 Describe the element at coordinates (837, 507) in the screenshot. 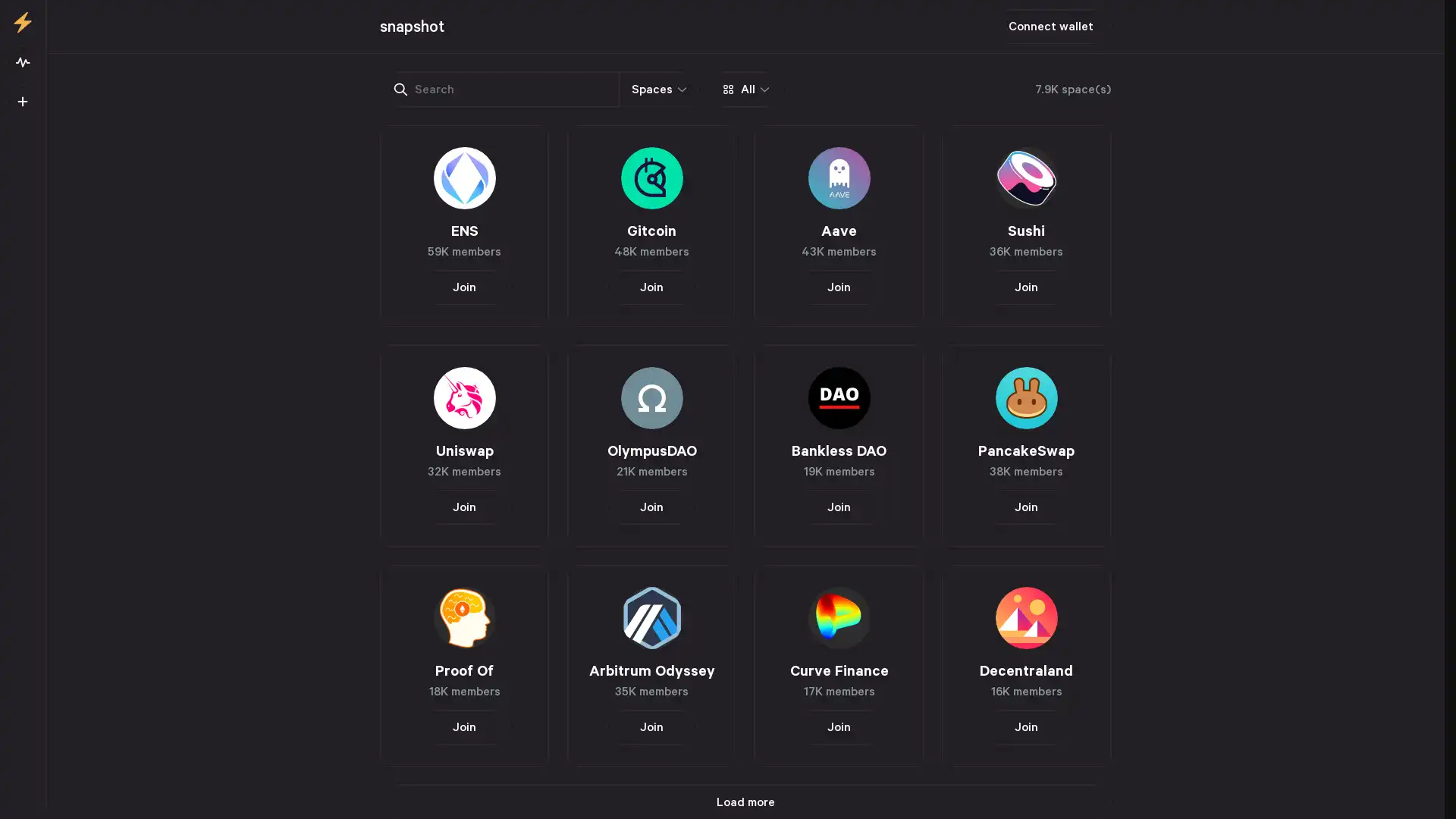

I see `Join` at that location.